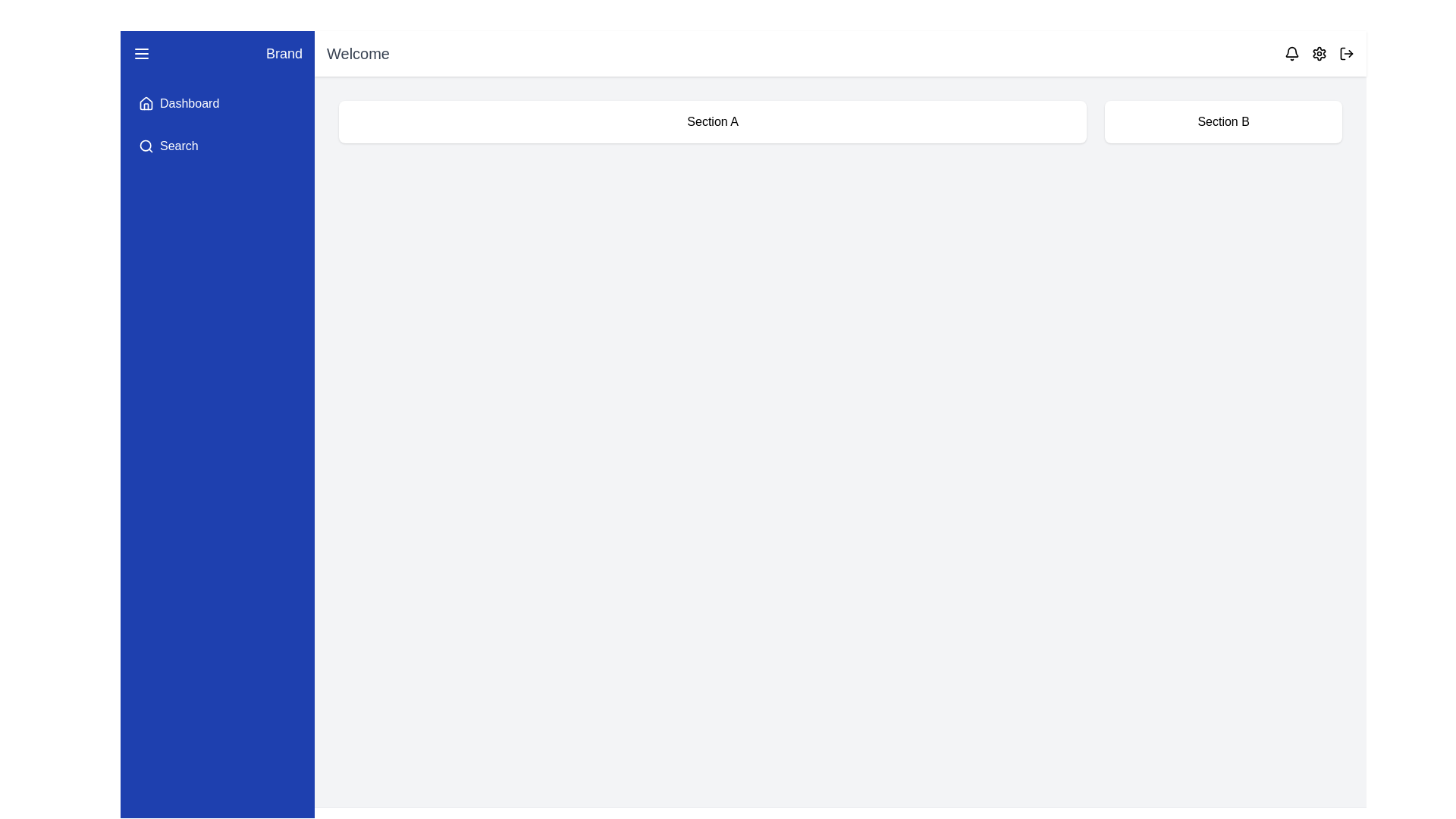 The width and height of the screenshot is (1456, 819). What do you see at coordinates (146, 103) in the screenshot?
I see `the house-shaped icon located in the left blue navigation bar, which is the first icon in the vertical navigation list, positioned directly below the hamburger menu icon and to the left of the 'Dashboard' text label` at bounding box center [146, 103].